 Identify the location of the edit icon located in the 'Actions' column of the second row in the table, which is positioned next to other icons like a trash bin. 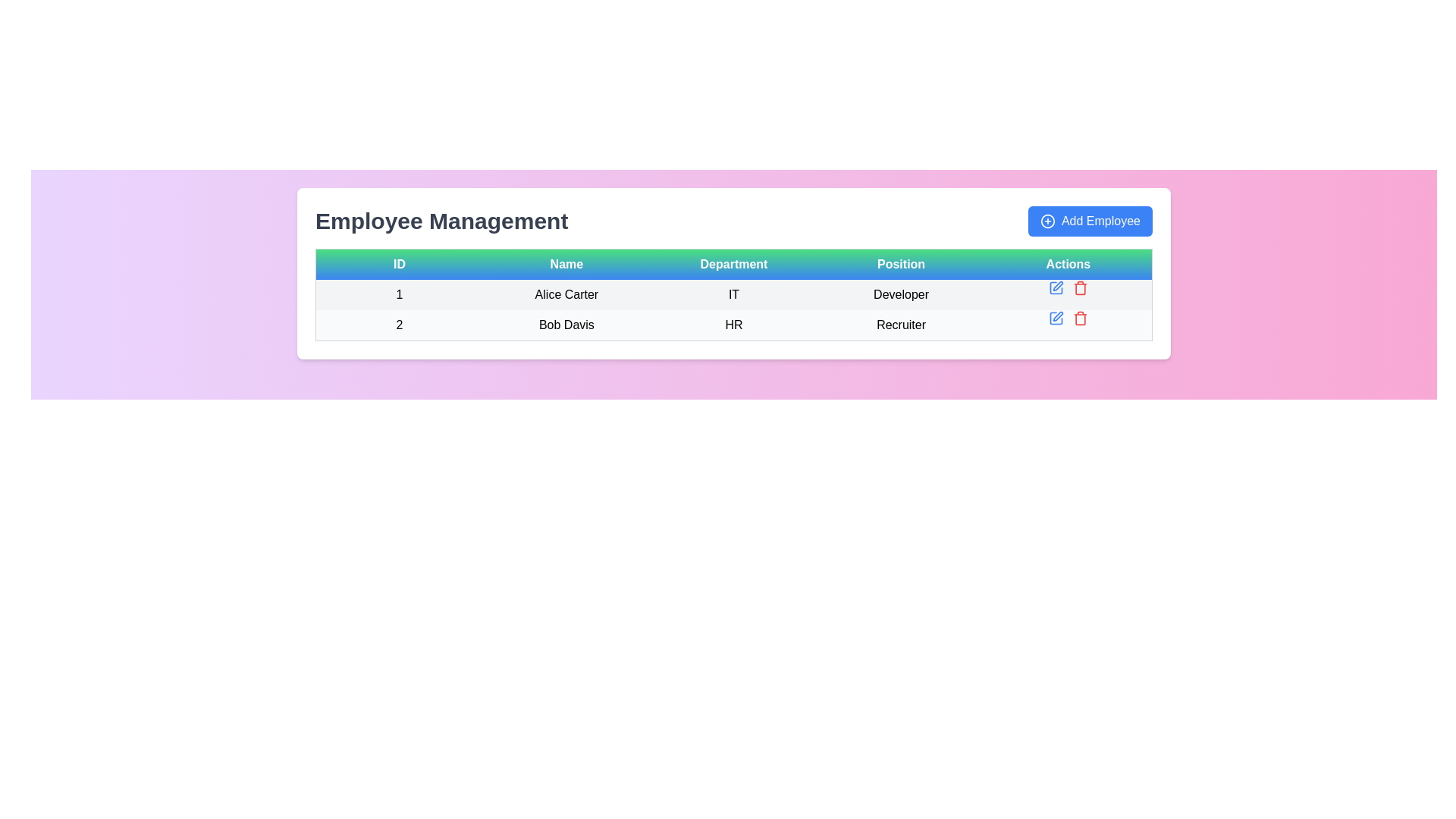
(1055, 318).